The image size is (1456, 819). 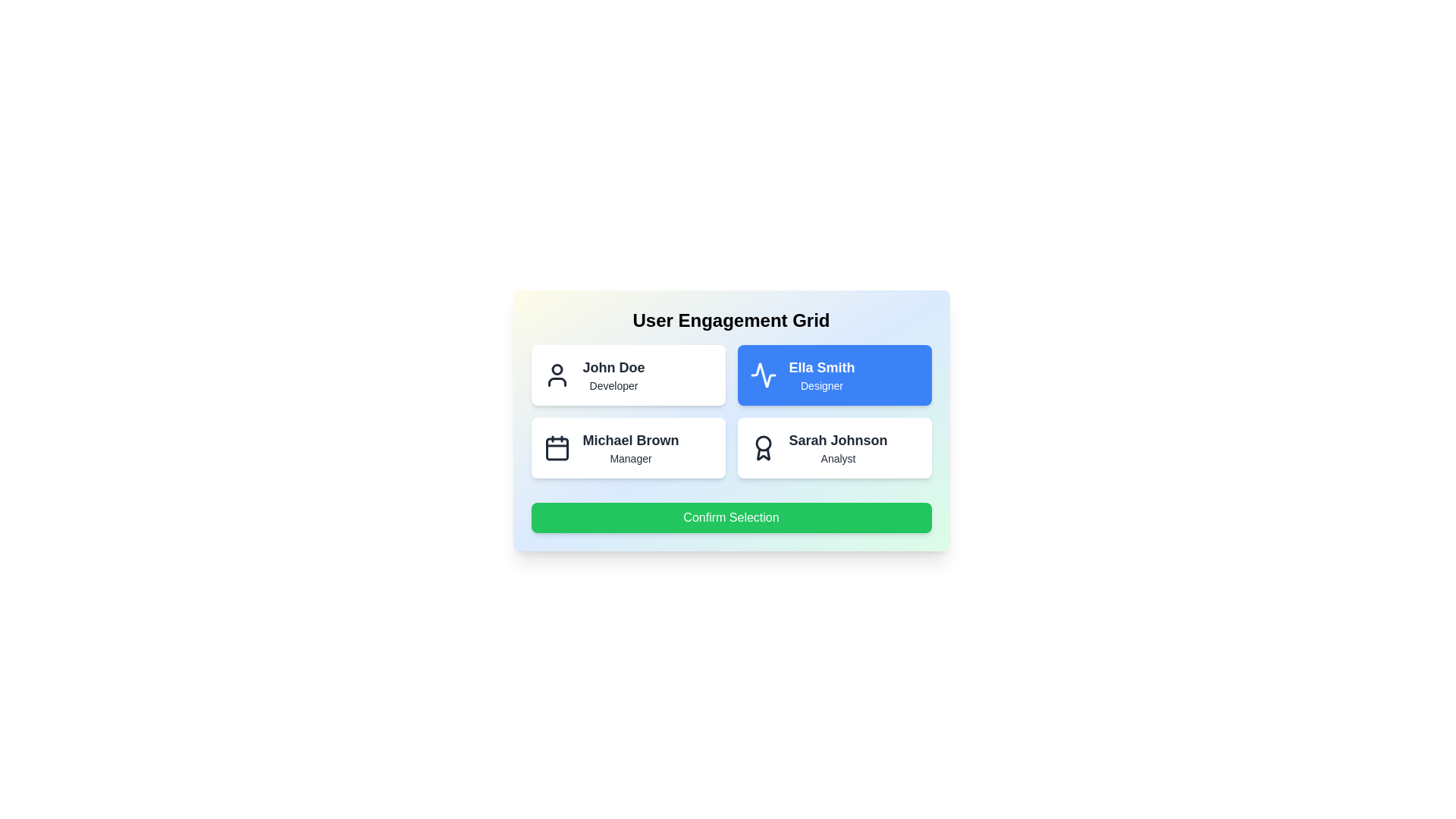 I want to click on the user card of Sarah Johnson, so click(x=833, y=447).